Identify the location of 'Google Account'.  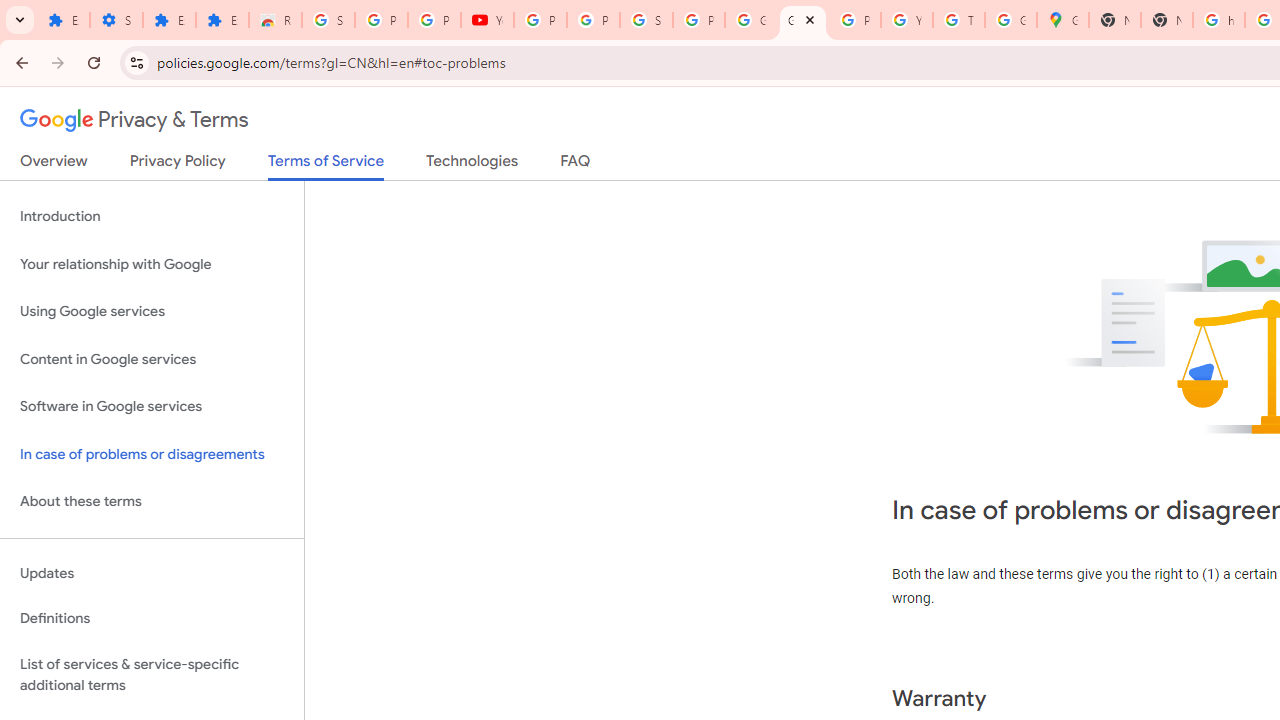
(749, 20).